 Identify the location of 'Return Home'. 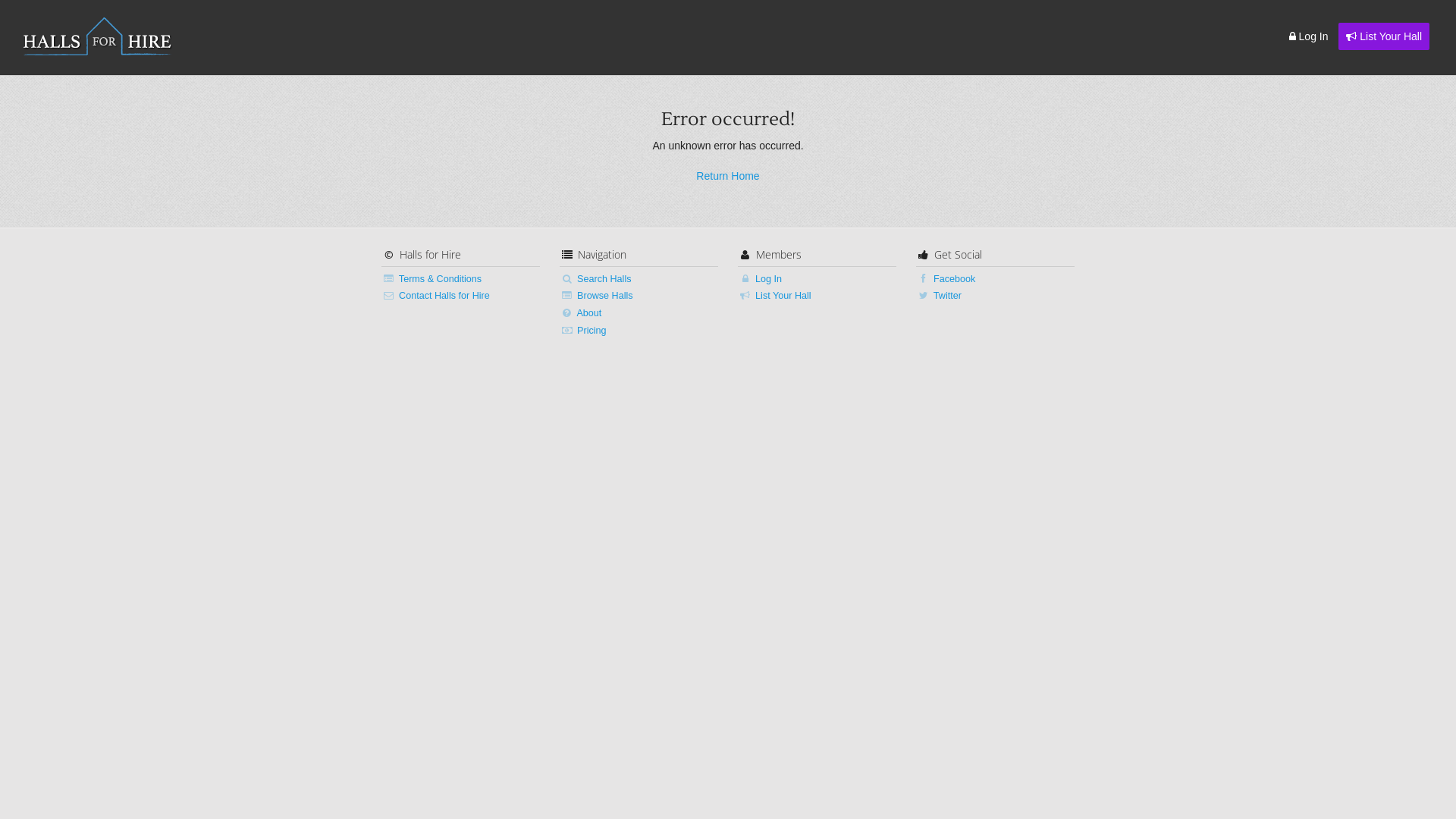
(726, 174).